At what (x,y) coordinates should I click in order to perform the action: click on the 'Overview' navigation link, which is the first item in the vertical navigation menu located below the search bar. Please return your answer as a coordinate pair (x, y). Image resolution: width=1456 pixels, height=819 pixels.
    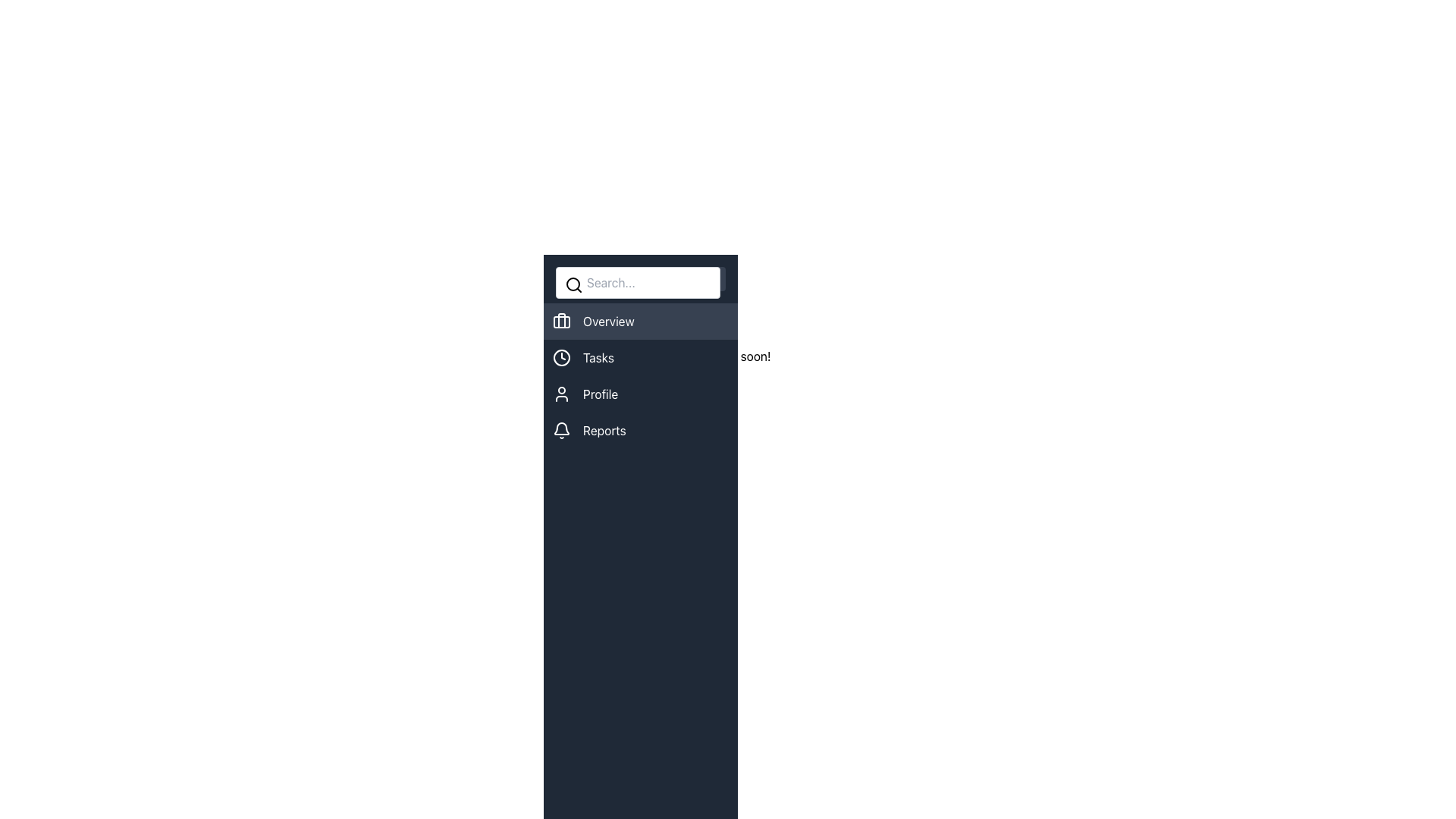
    Looking at the image, I should click on (640, 321).